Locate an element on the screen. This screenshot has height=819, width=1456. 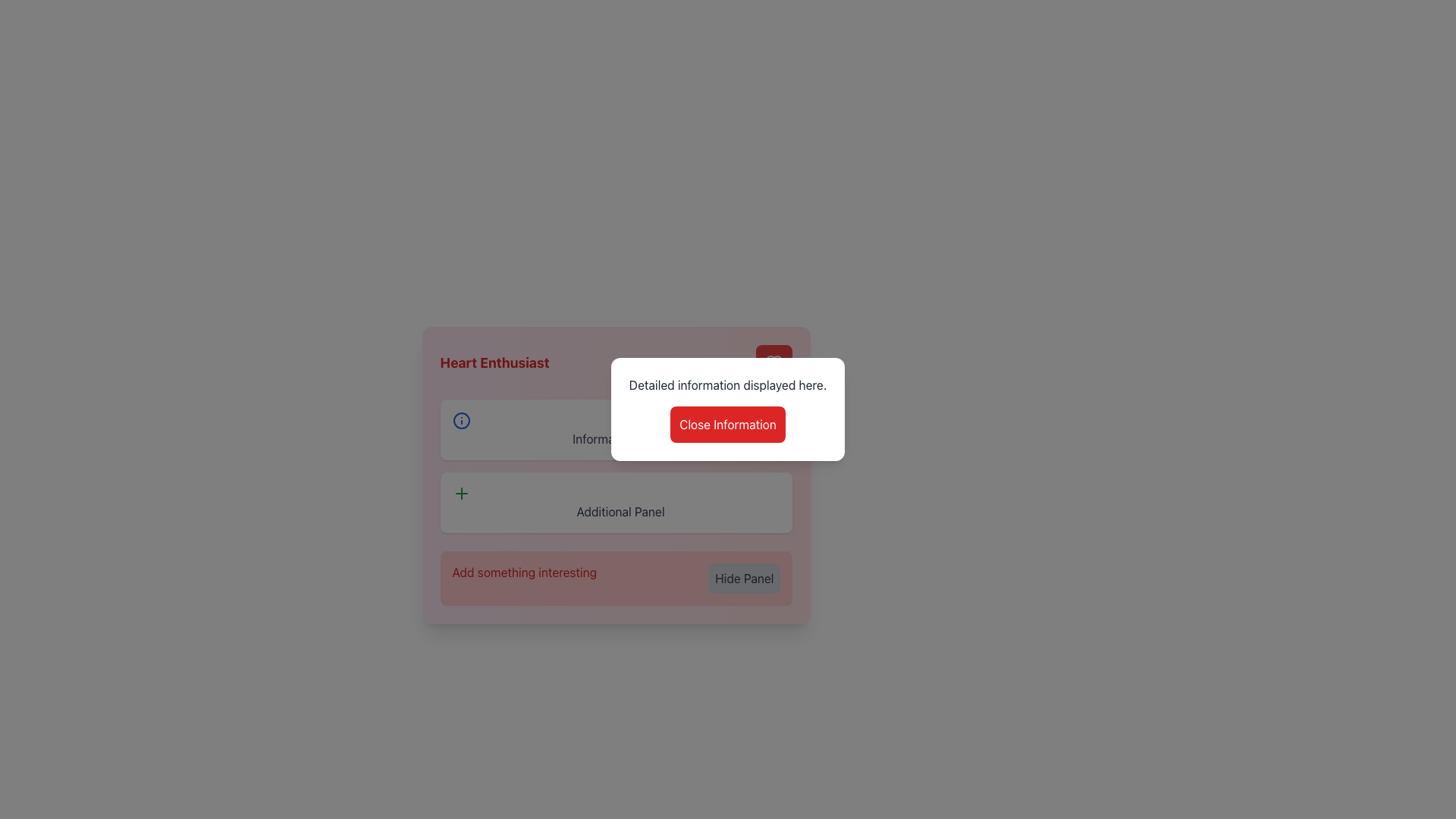
the static text element that provides the instruction 'Add something interesting' located near the bottom-left corner of the interface is located at coordinates (524, 579).